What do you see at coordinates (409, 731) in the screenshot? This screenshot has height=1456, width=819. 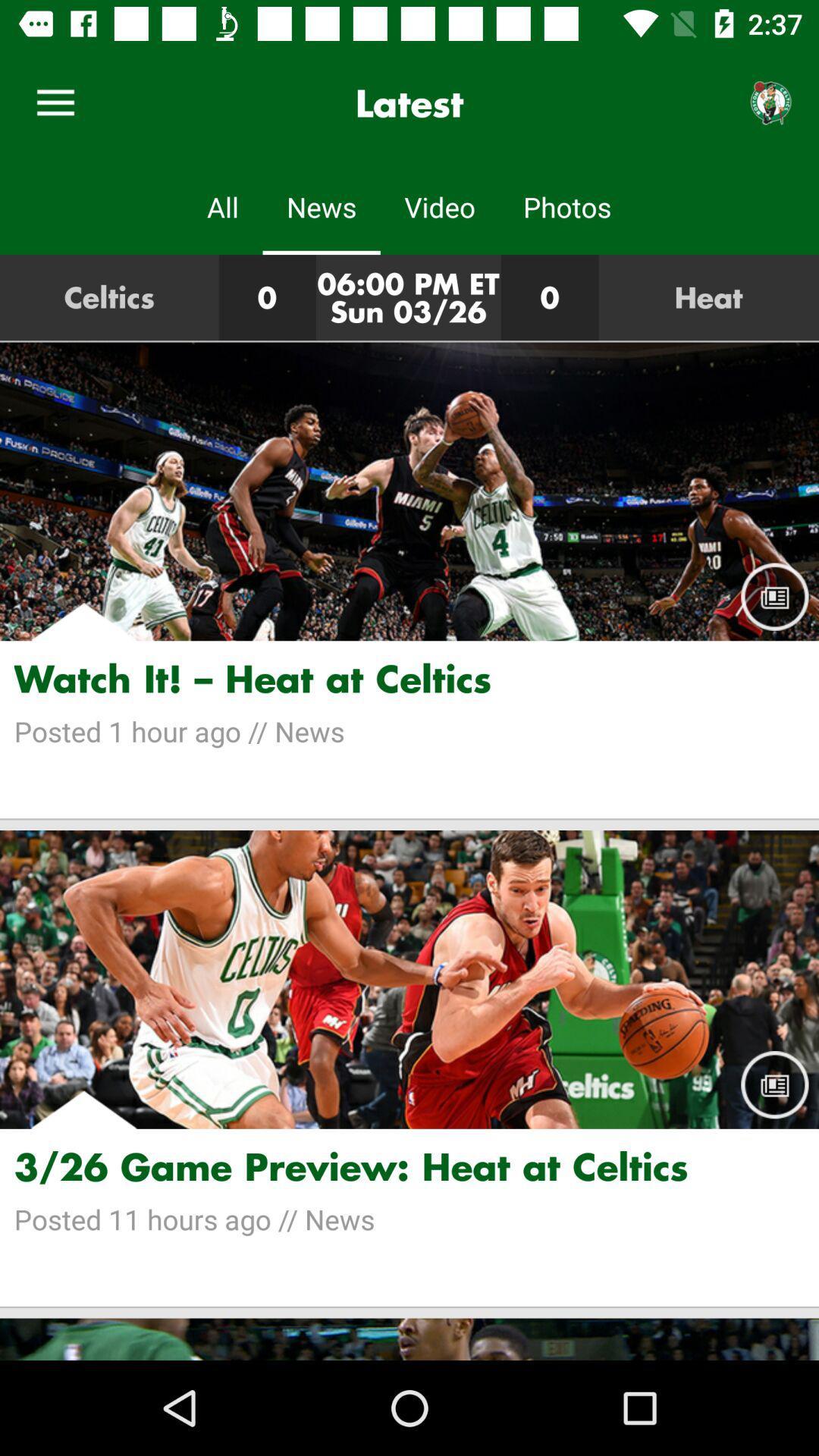 I see `the posted 1 hour item` at bounding box center [409, 731].